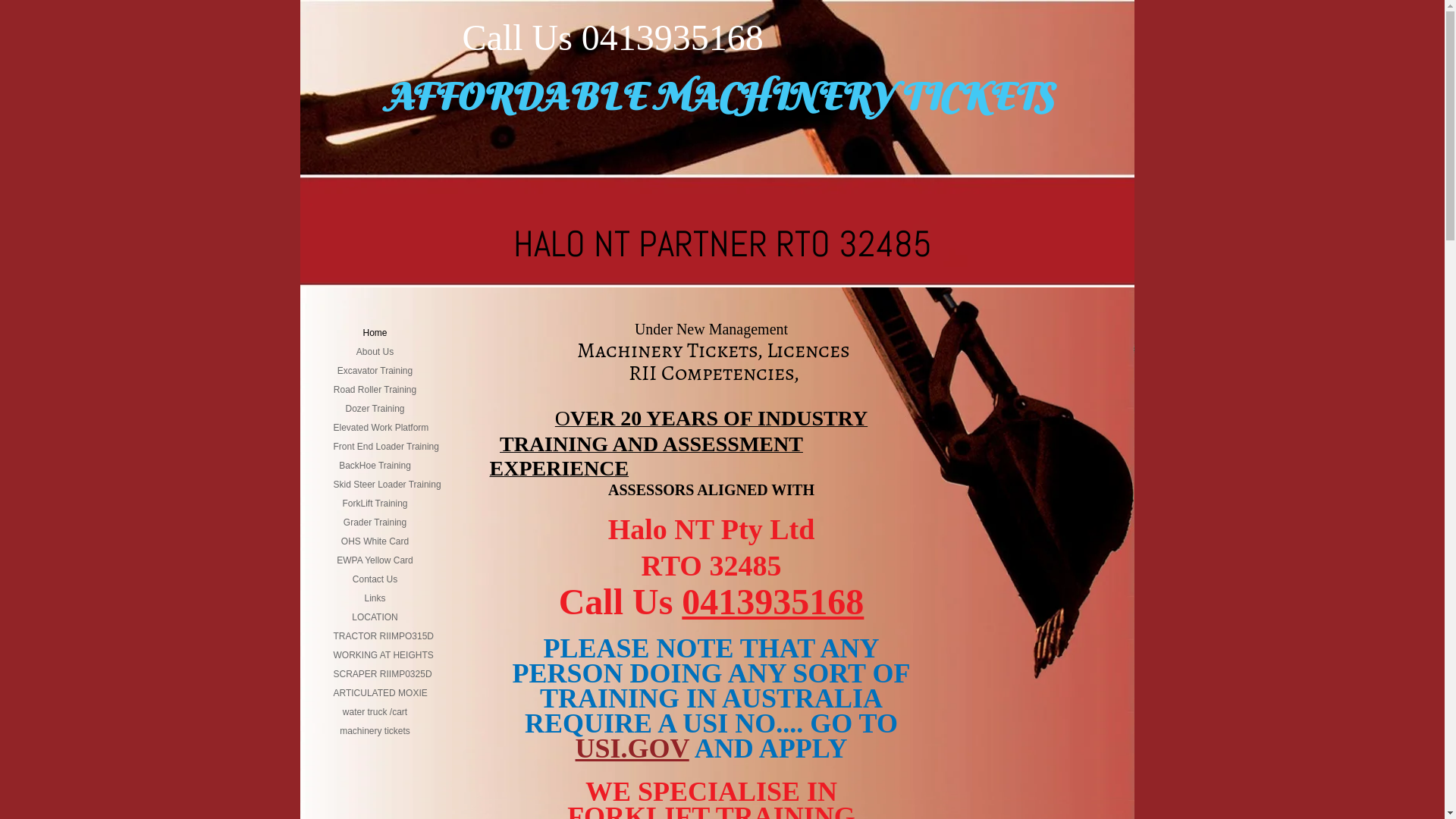 The image size is (1456, 819). I want to click on 'BackHoe Training', so click(375, 464).